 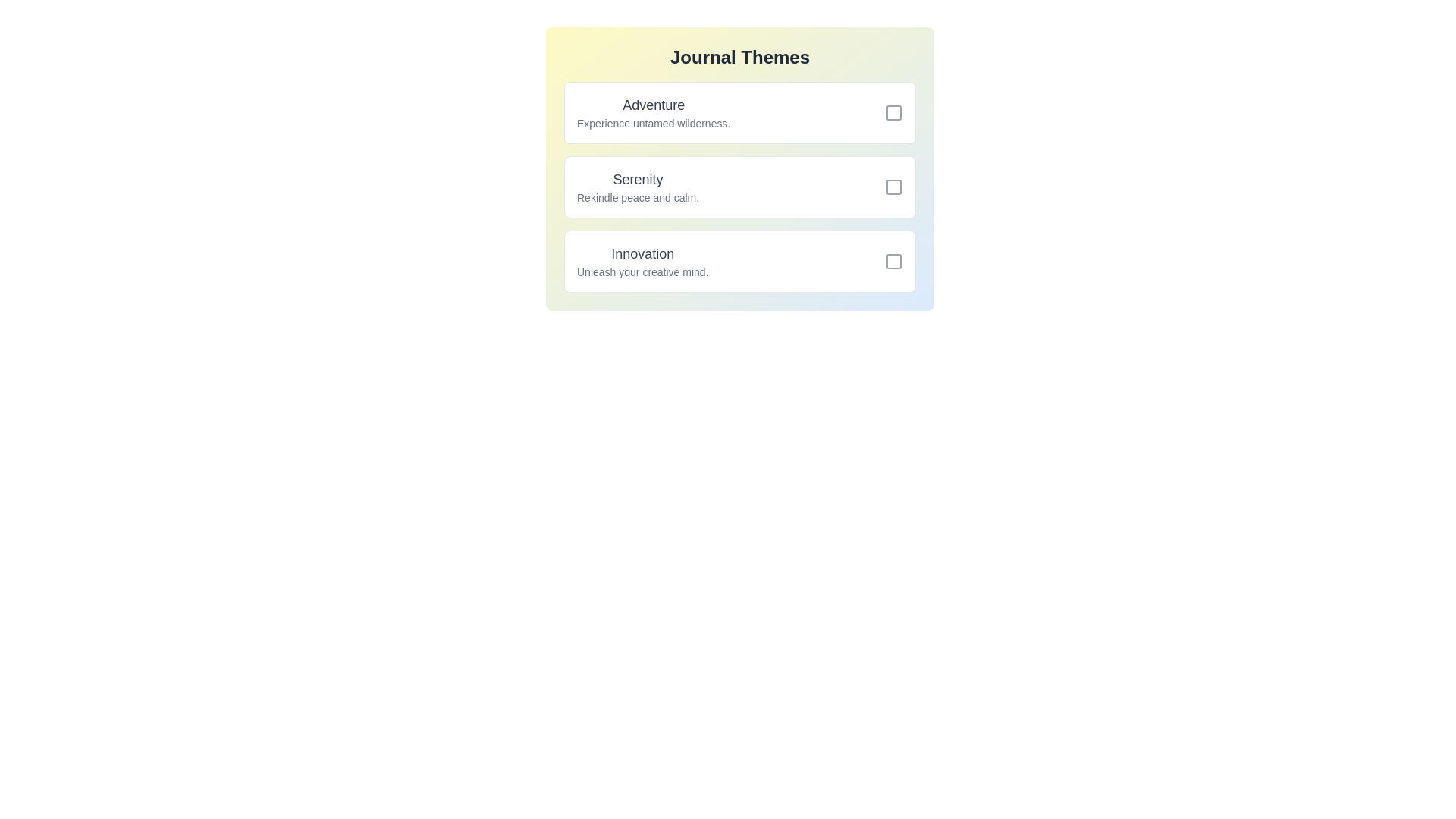 I want to click on the checkbox icon adjacent to the text 'Rekindle peace and calm' to trigger a tooltip or highlight effect, so click(x=894, y=186).